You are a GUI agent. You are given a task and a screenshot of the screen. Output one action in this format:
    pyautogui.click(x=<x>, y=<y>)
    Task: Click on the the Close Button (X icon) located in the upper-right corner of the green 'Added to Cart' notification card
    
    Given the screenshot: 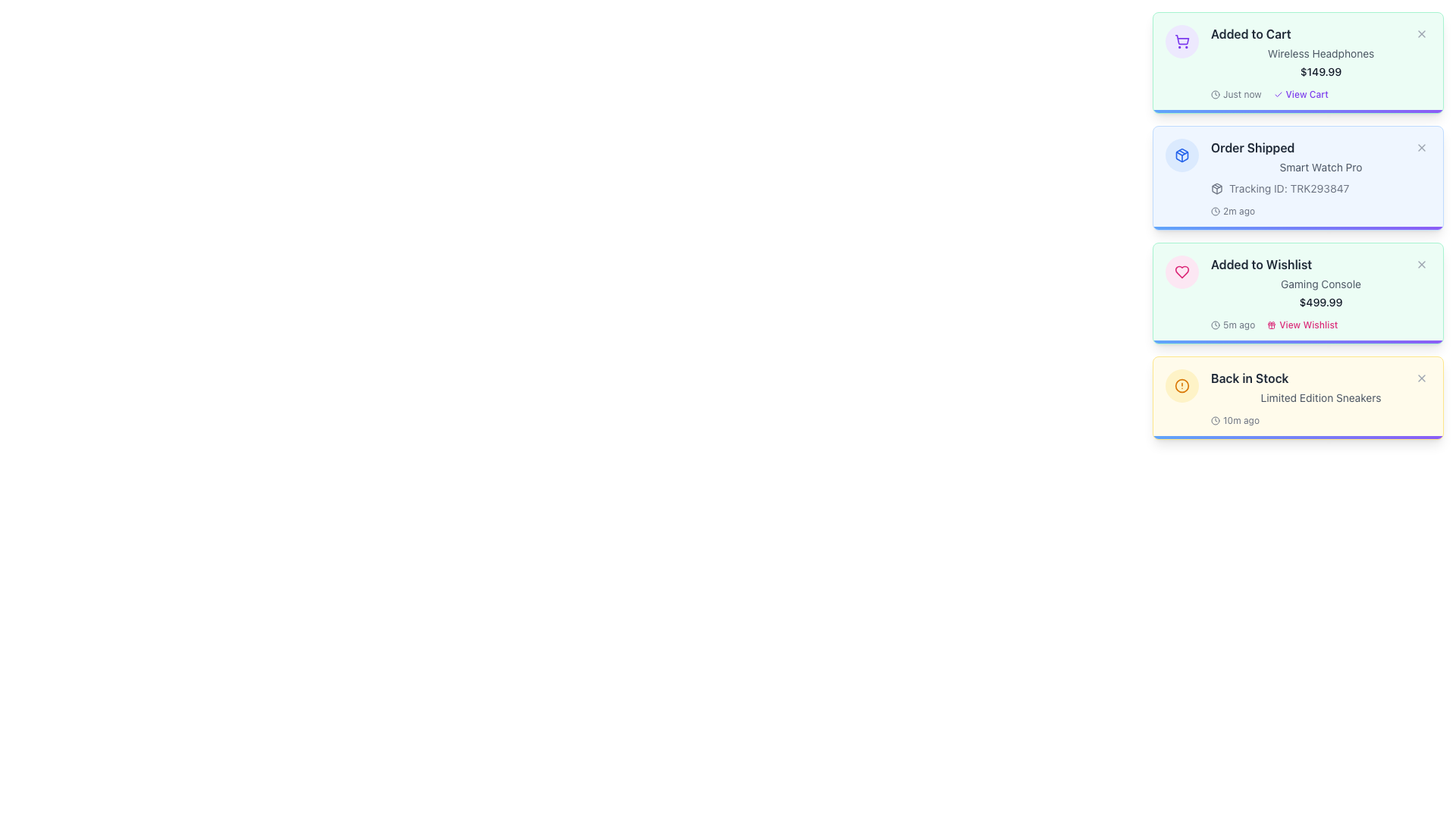 What is the action you would take?
    pyautogui.click(x=1421, y=34)
    